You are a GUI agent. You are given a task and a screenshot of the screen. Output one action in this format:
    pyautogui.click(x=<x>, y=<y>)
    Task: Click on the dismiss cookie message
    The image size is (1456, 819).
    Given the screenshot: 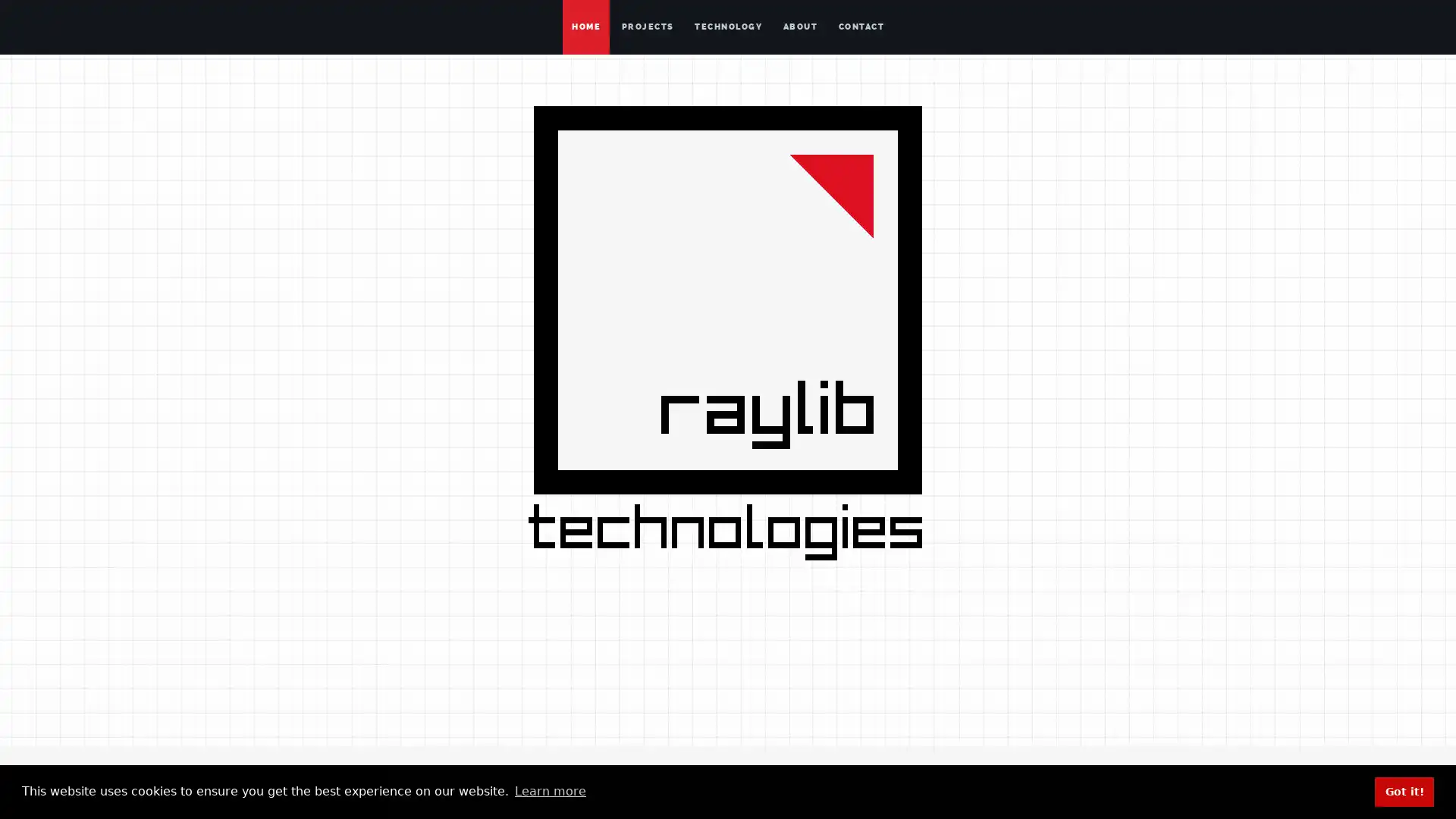 What is the action you would take?
    pyautogui.click(x=1404, y=791)
    